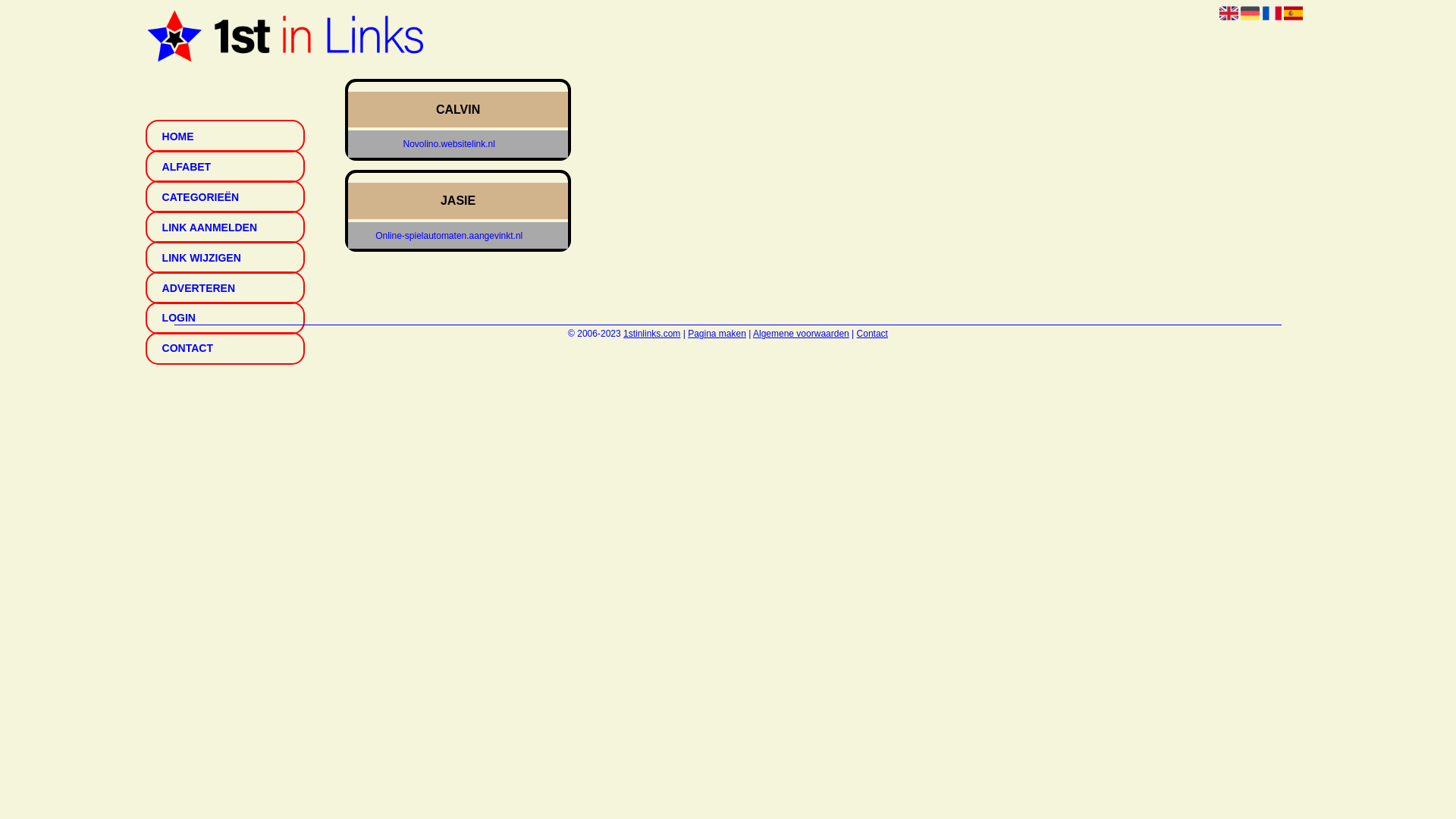 This screenshot has height=819, width=1456. Describe the element at coordinates (716, 332) in the screenshot. I see `'Pagina maken'` at that location.